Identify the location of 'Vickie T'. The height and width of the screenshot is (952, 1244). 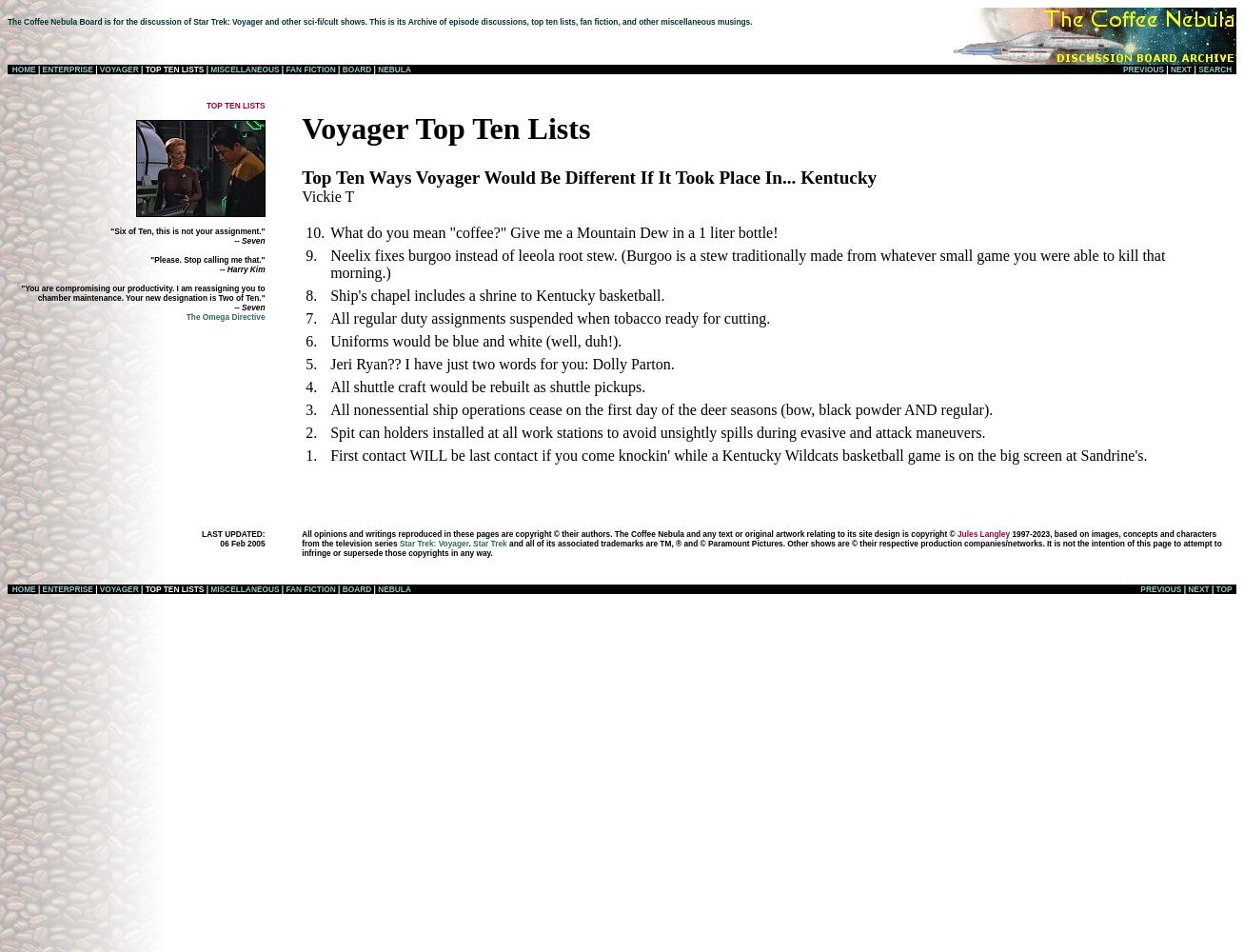
(327, 194).